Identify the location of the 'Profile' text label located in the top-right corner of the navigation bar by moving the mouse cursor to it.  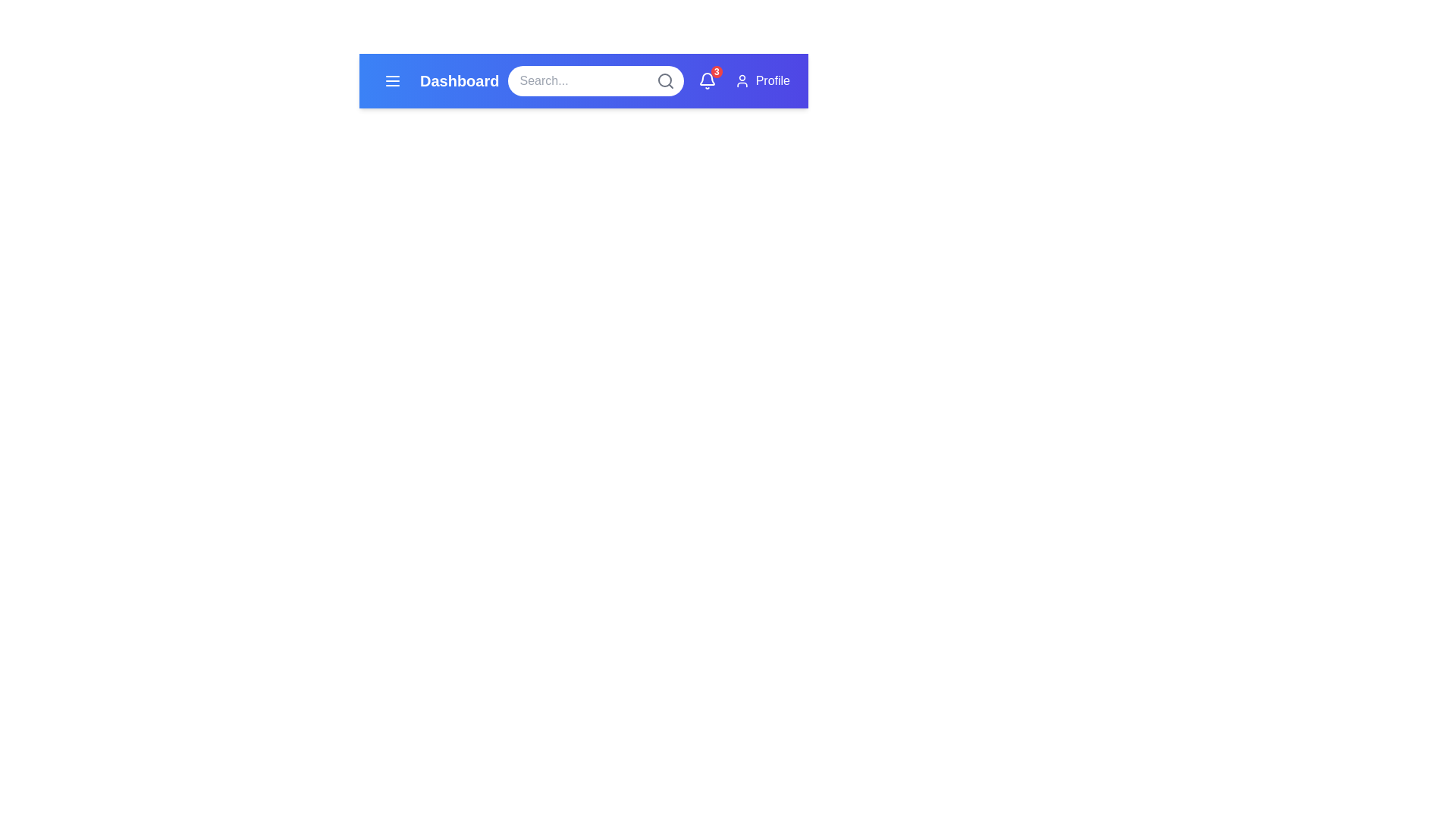
(773, 81).